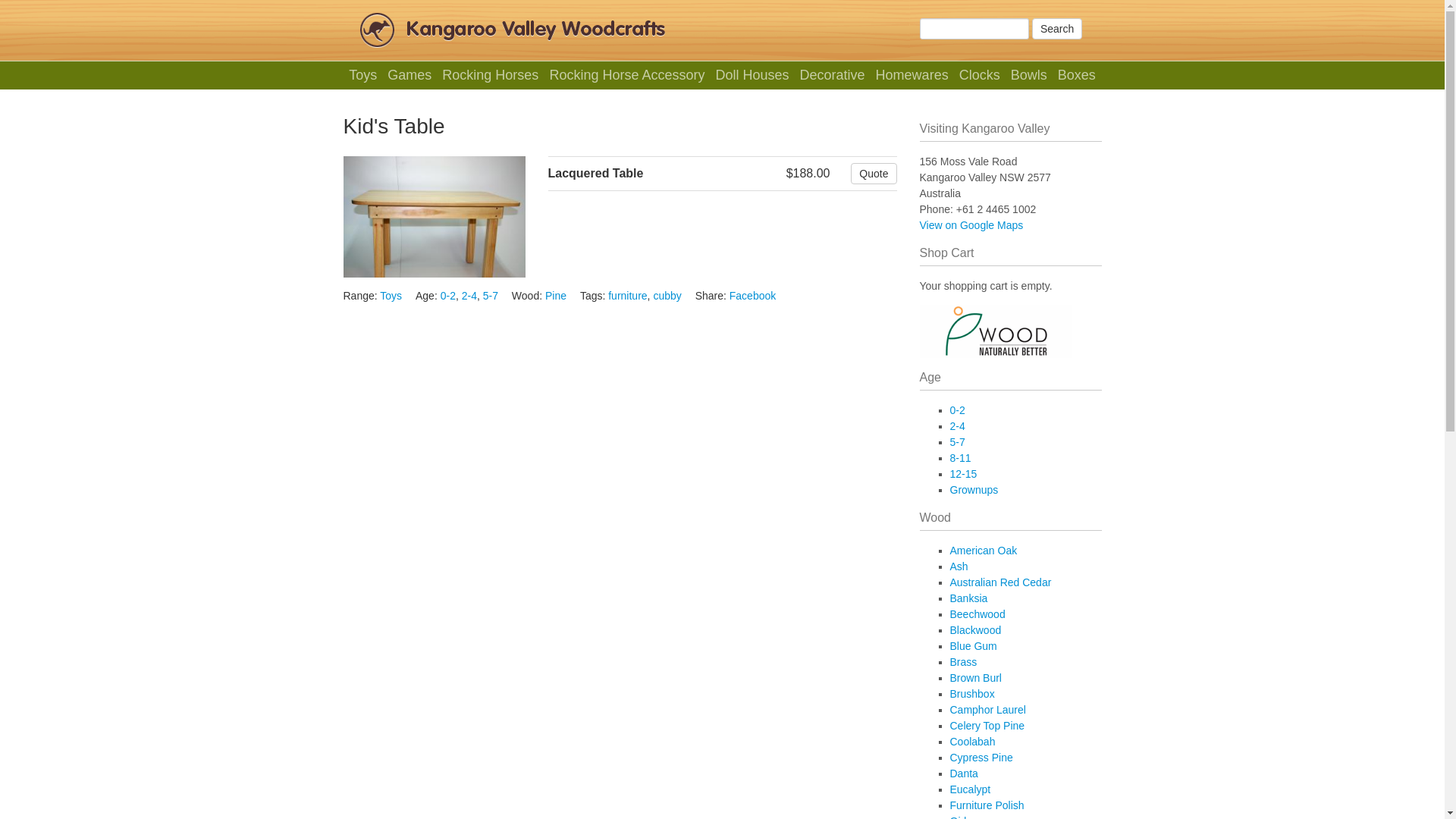 This screenshot has width=1456, height=819. What do you see at coordinates (949, 693) in the screenshot?
I see `'Brushbox'` at bounding box center [949, 693].